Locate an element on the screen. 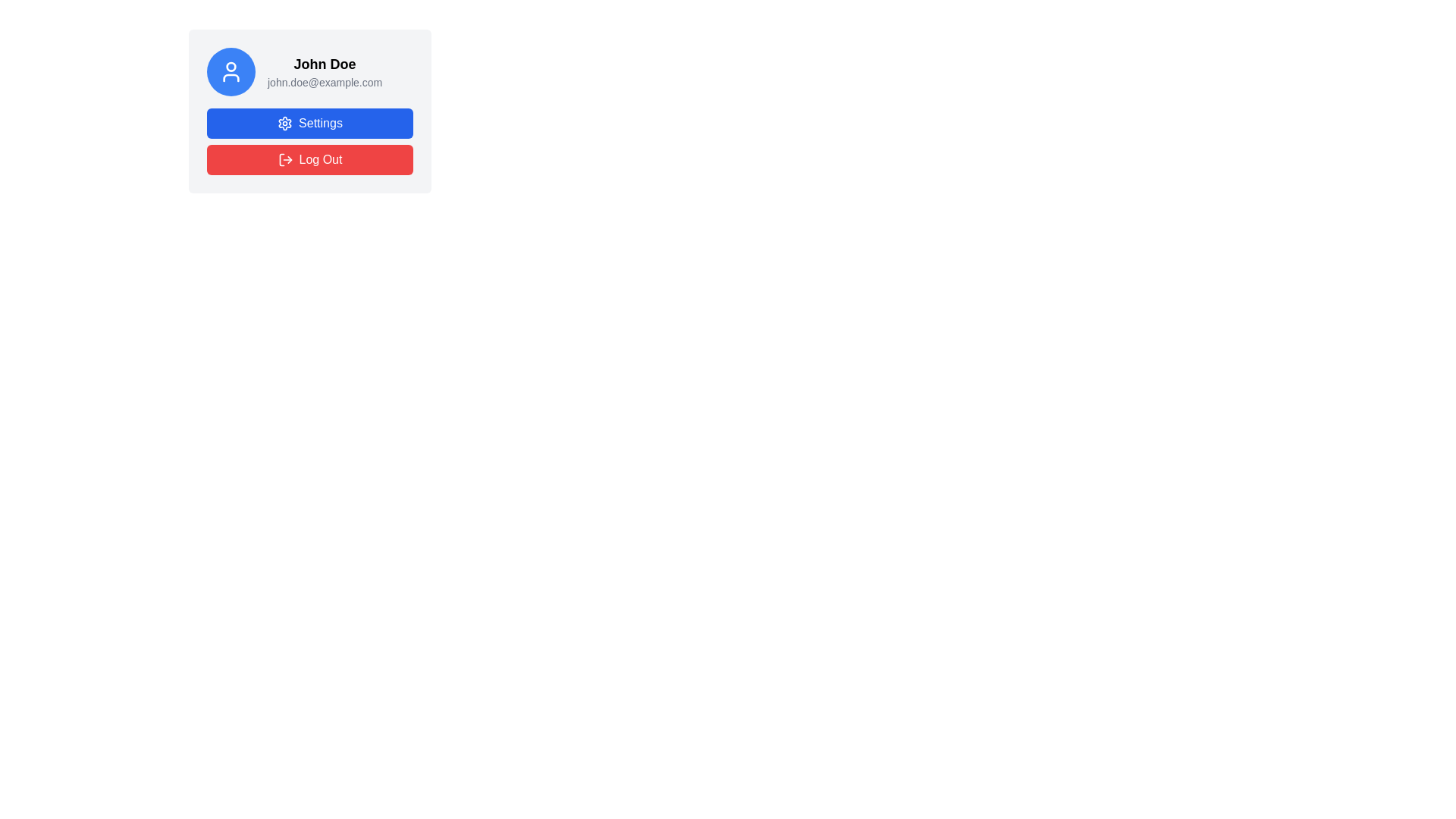 Image resolution: width=1456 pixels, height=819 pixels. the red button labeled 'Log Out' which contains the text label in white, positioned below the 'Settings' button is located at coordinates (319, 160).